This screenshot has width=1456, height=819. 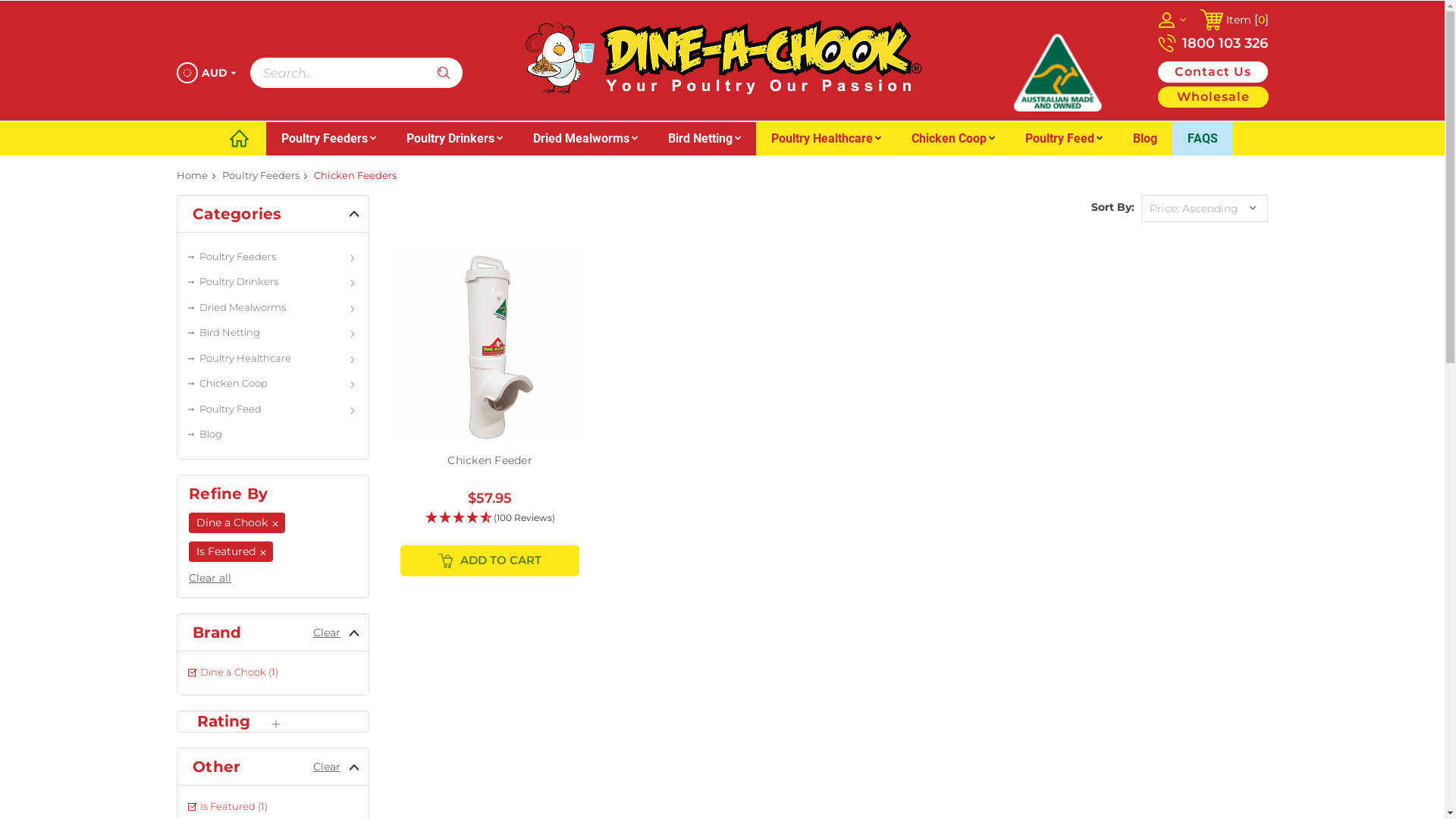 I want to click on 'ADD TO CART', so click(x=490, y=560).